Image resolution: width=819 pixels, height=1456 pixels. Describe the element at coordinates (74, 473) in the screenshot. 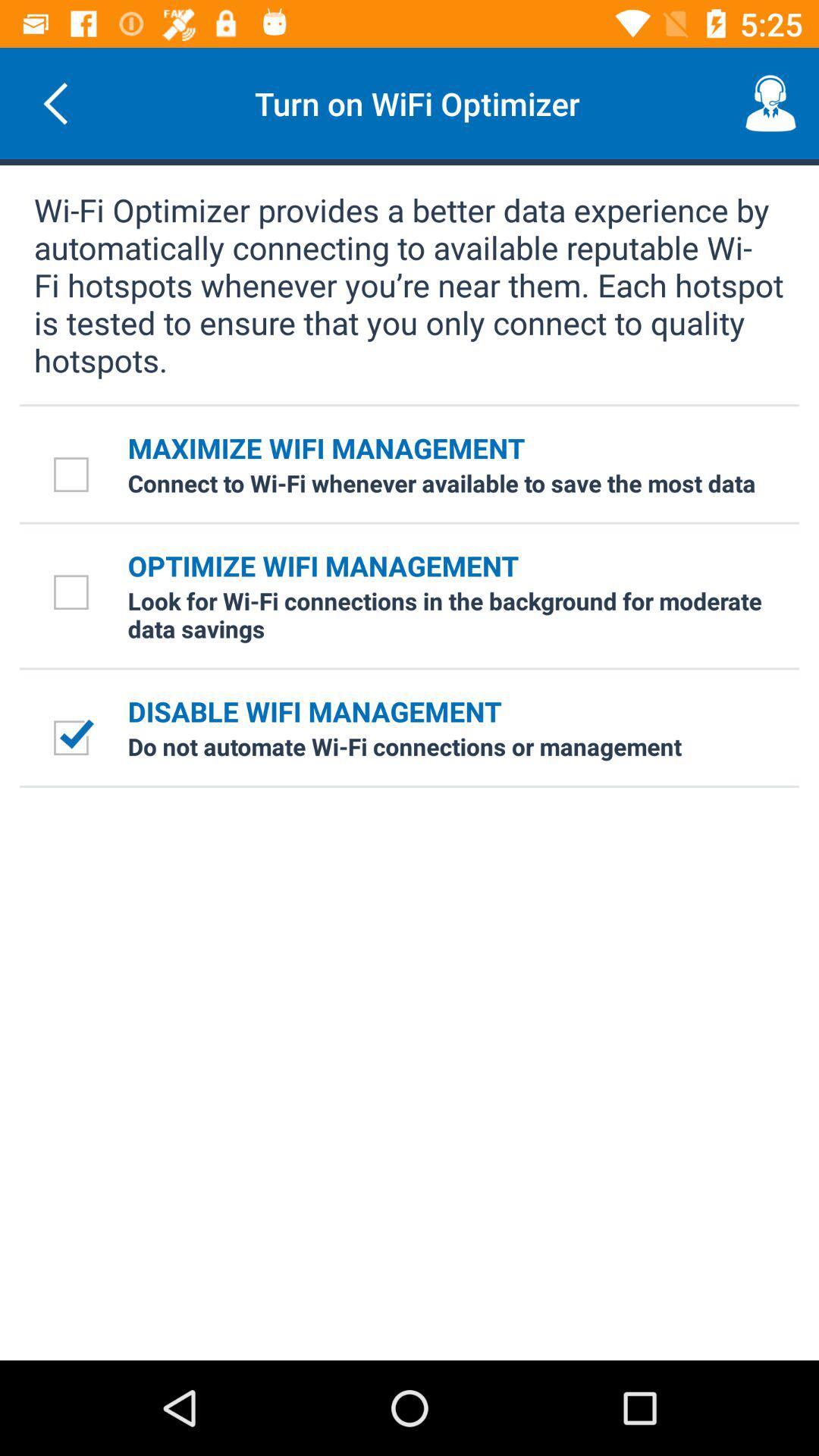

I see `the check box beside the text maximize wifi management` at that location.